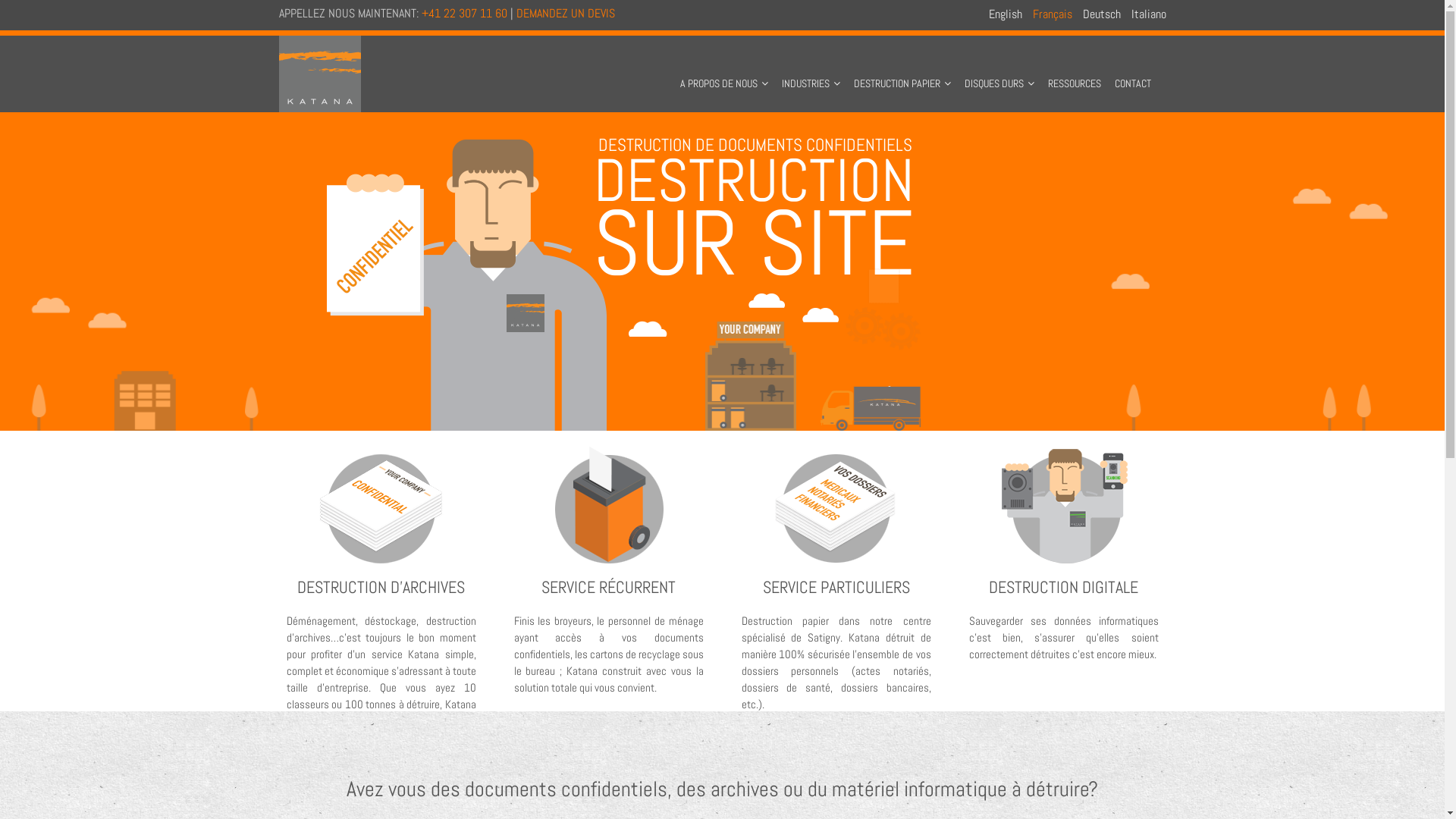  I want to click on 'CONTACT', so click(1110, 71).